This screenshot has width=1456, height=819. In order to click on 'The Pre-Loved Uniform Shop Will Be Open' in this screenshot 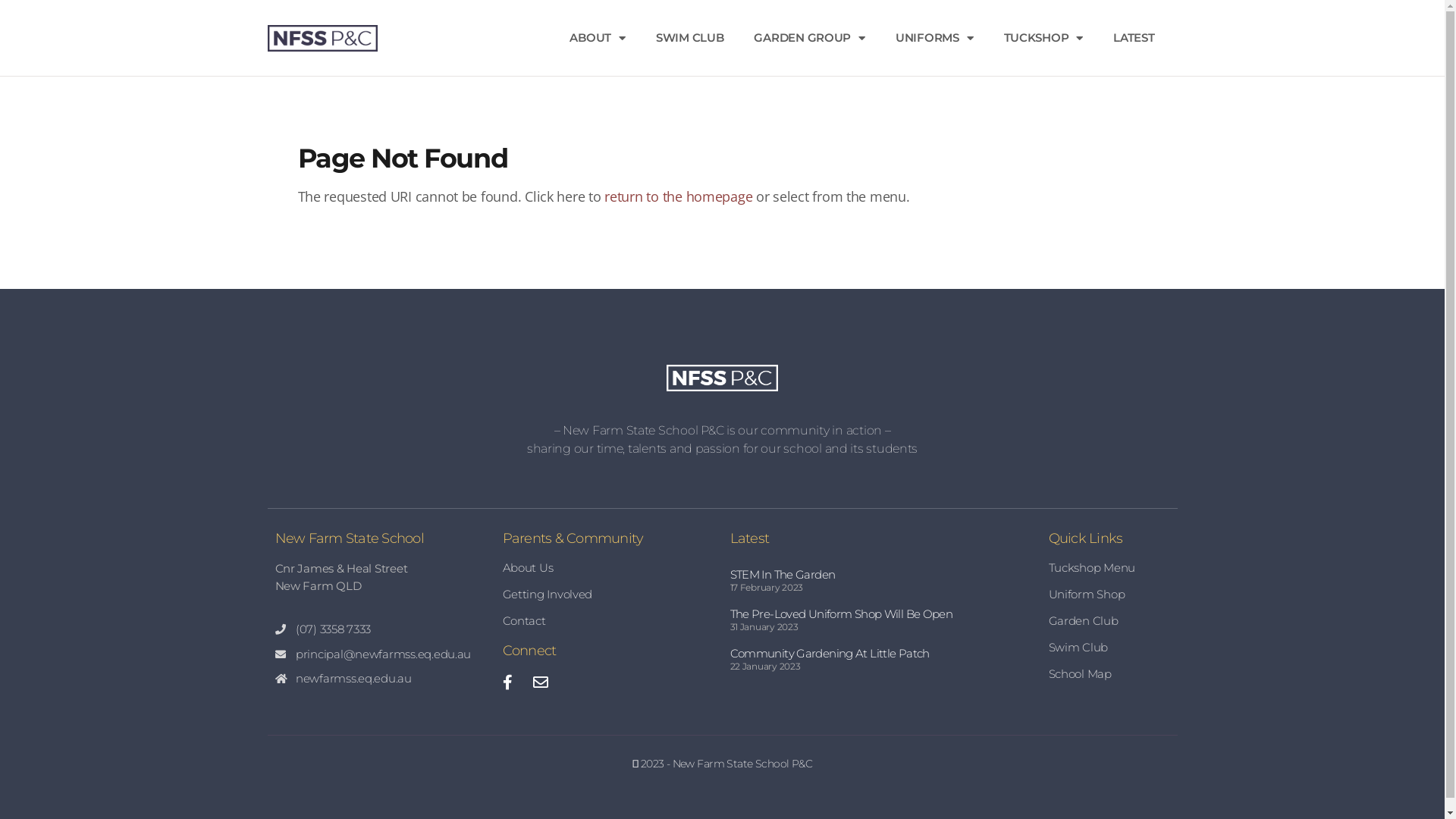, I will do `click(839, 613)`.